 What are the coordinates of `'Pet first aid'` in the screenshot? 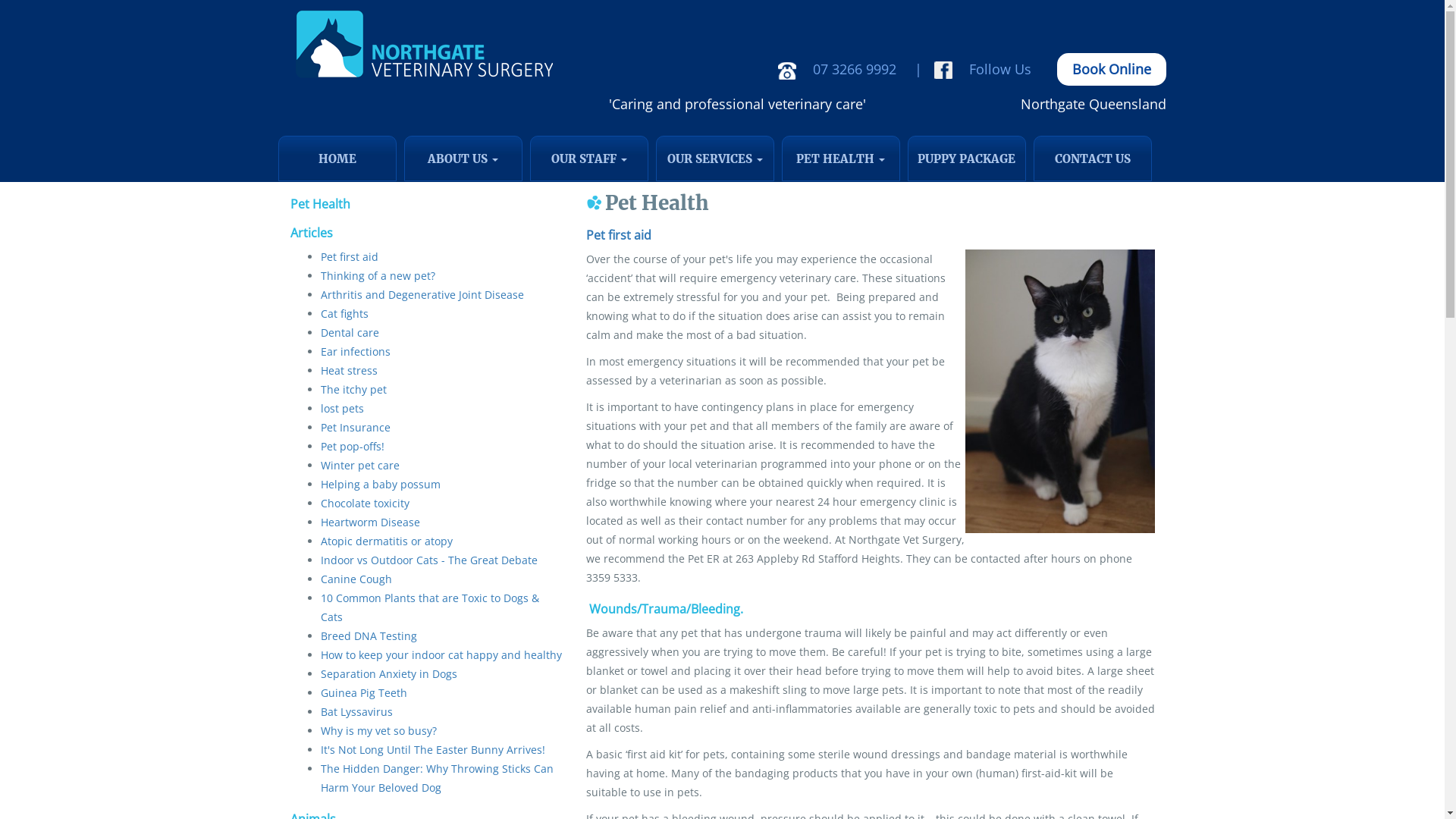 It's located at (348, 256).